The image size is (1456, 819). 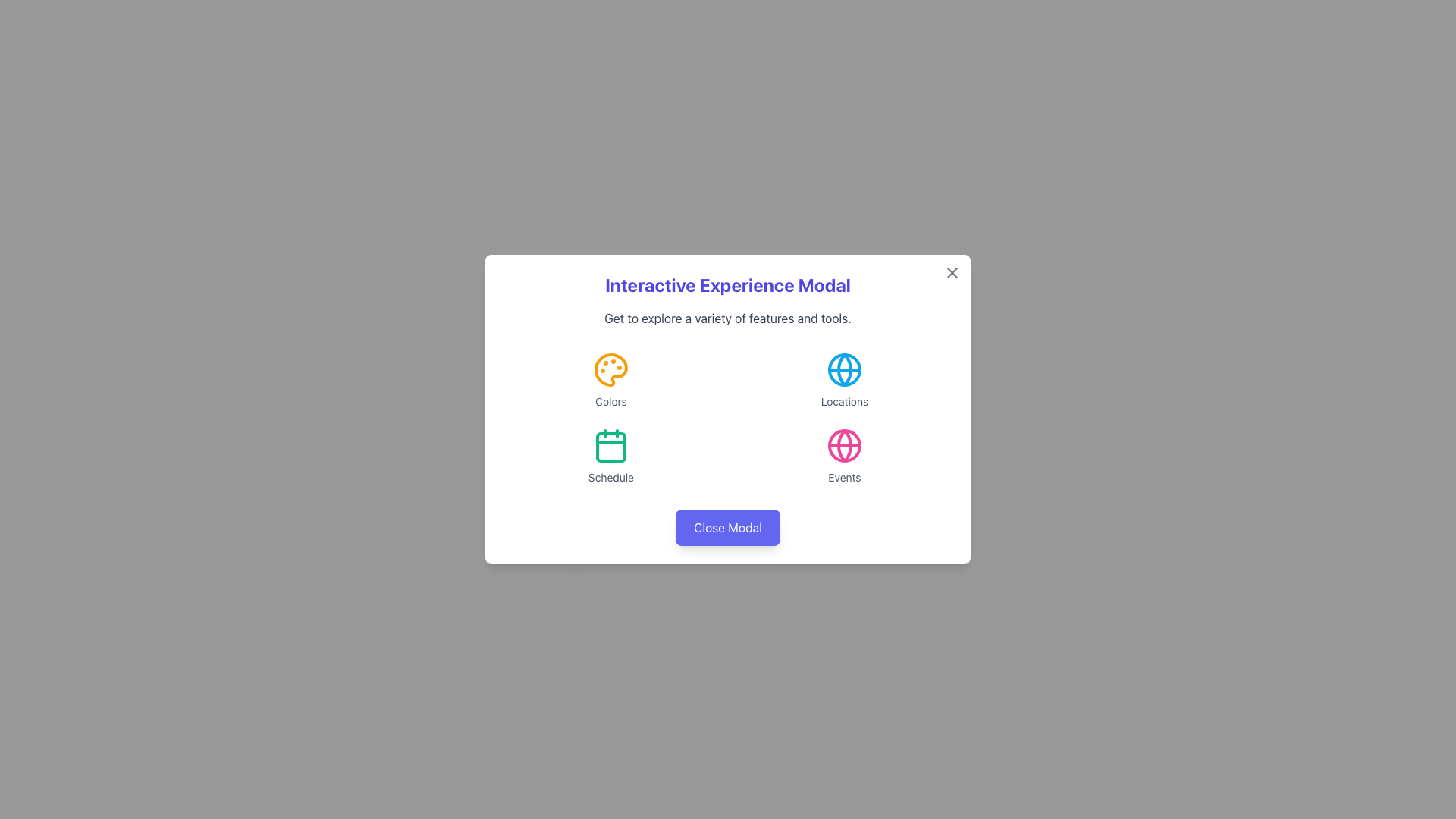 I want to click on the palette icon, which is a colored circular icon with small colored circles, located in the top-left corner of the grid with a label 'Colors' below it, so click(x=611, y=370).